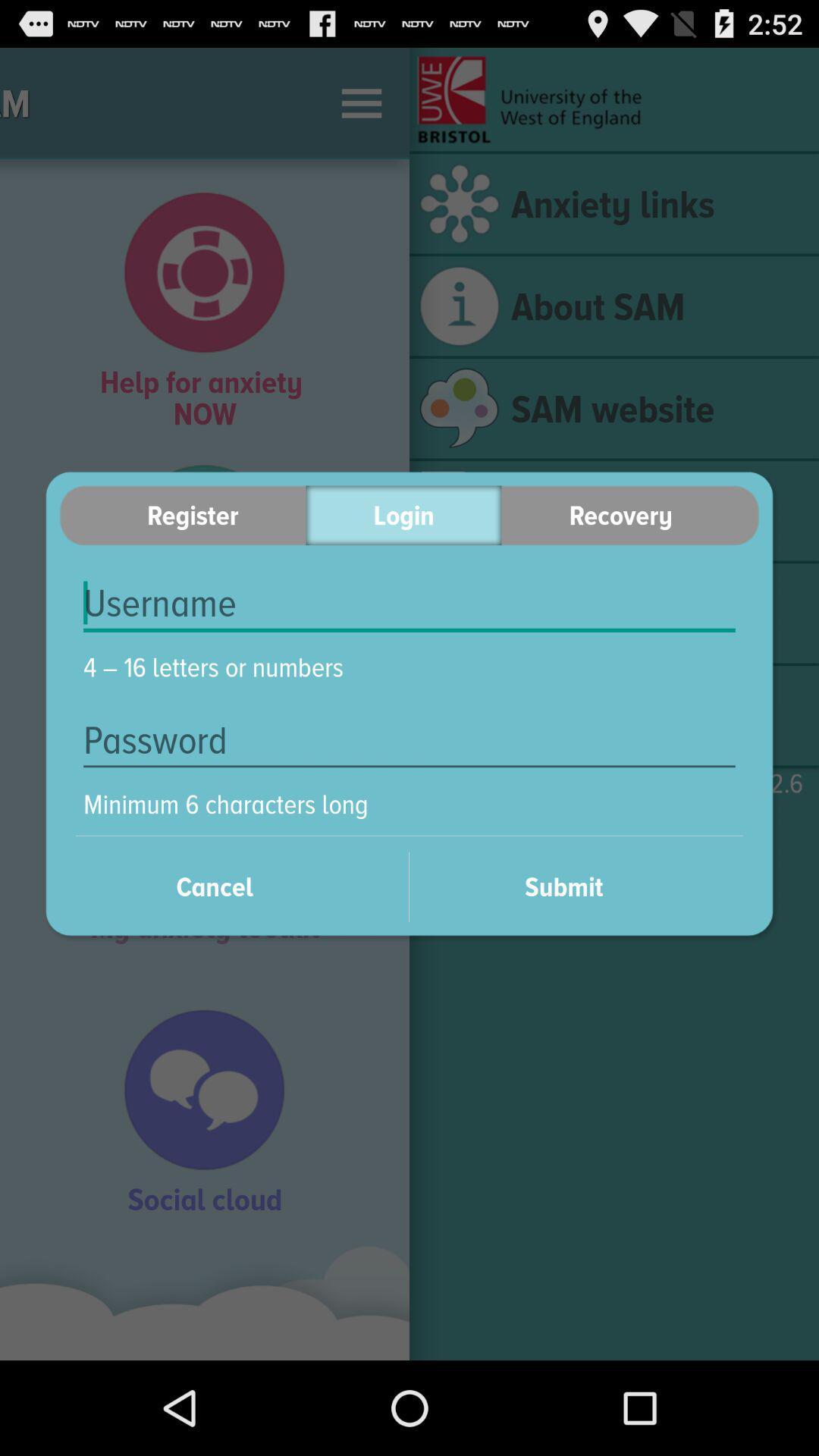 The height and width of the screenshot is (1456, 819). Describe the element at coordinates (234, 886) in the screenshot. I see `the cancel` at that location.